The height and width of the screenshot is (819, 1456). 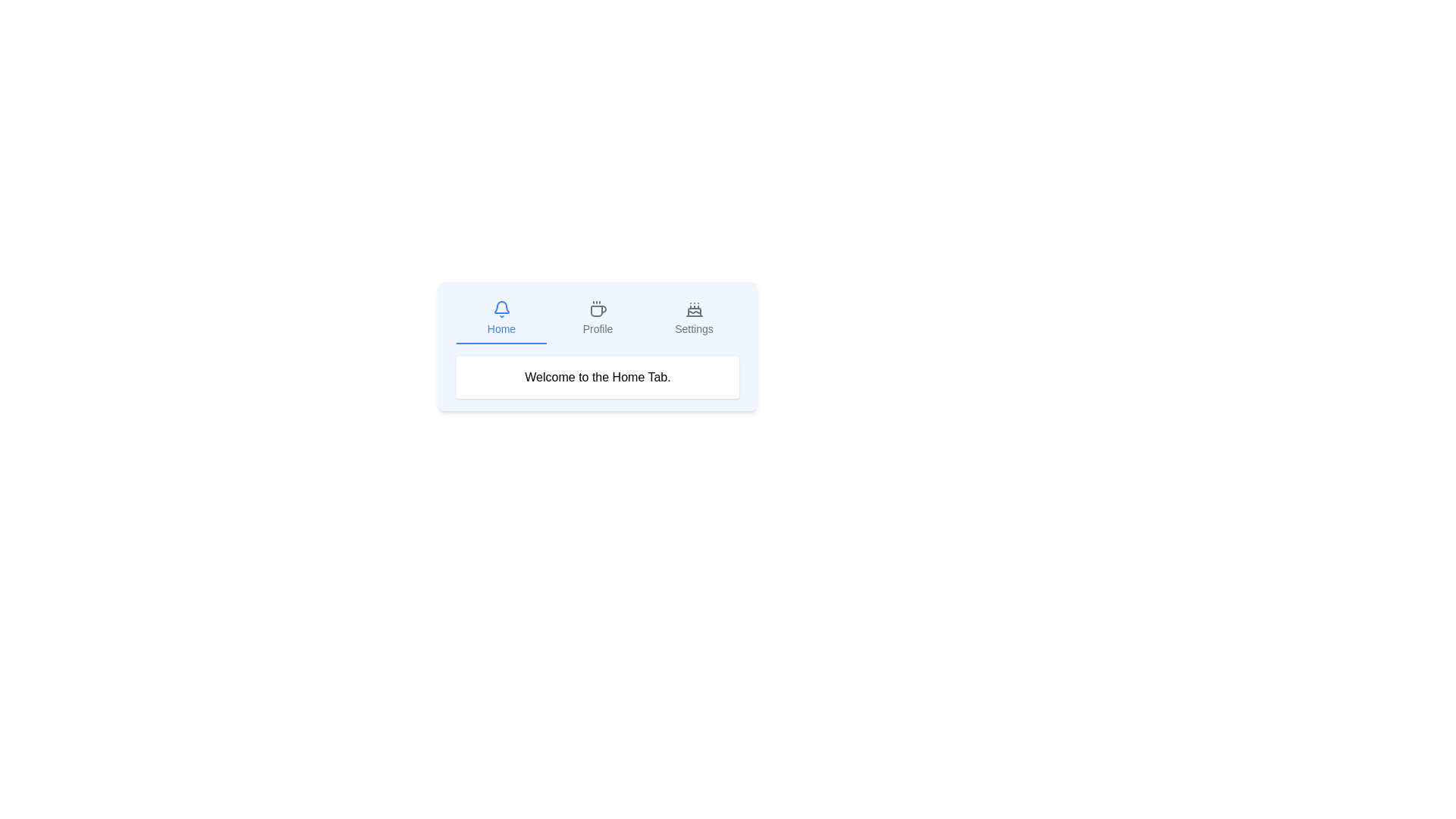 What do you see at coordinates (597, 318) in the screenshot?
I see `the Profile tab to observe changes` at bounding box center [597, 318].